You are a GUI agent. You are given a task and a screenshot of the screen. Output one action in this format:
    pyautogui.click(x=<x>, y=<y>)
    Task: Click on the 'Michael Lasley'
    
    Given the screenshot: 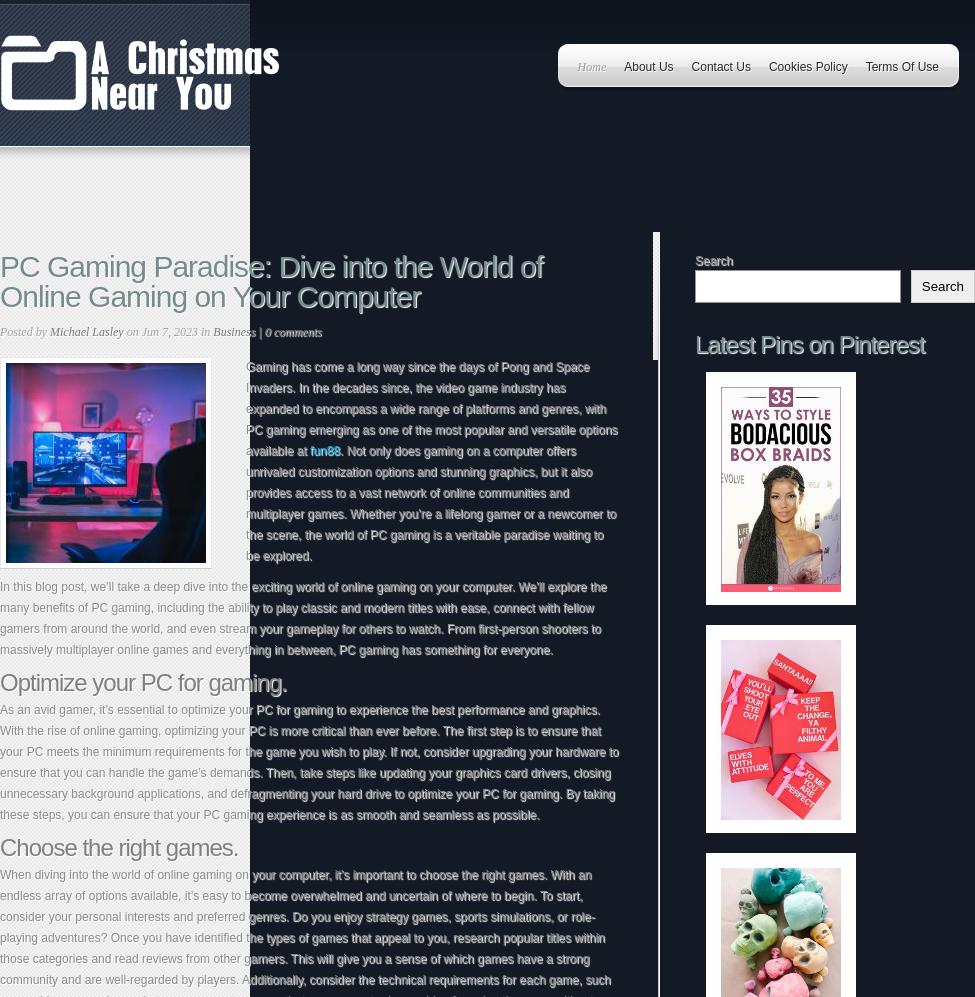 What is the action you would take?
    pyautogui.click(x=86, y=331)
    